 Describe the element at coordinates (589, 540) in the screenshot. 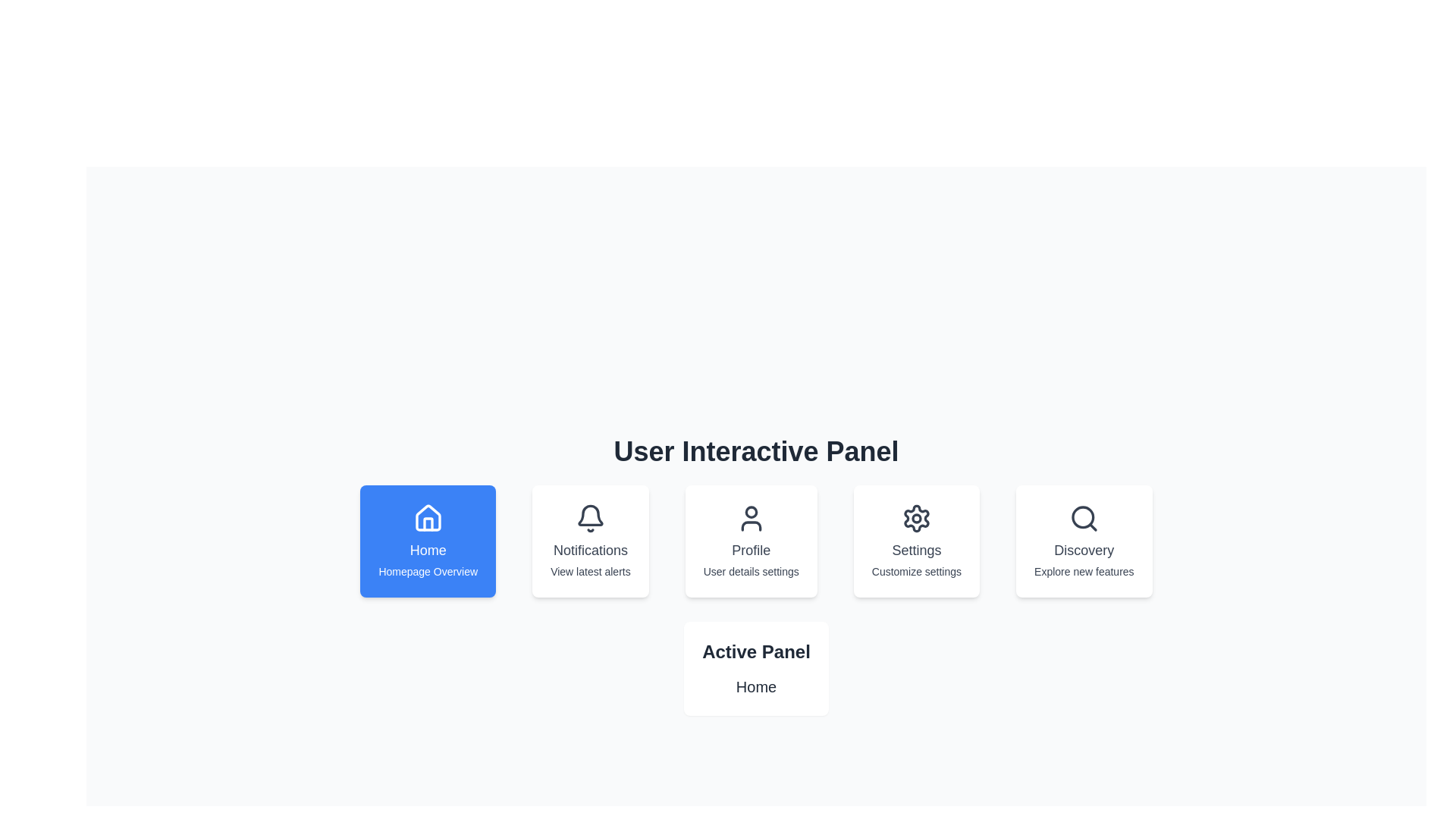

I see `the second interactive card in the row of five cards` at that location.